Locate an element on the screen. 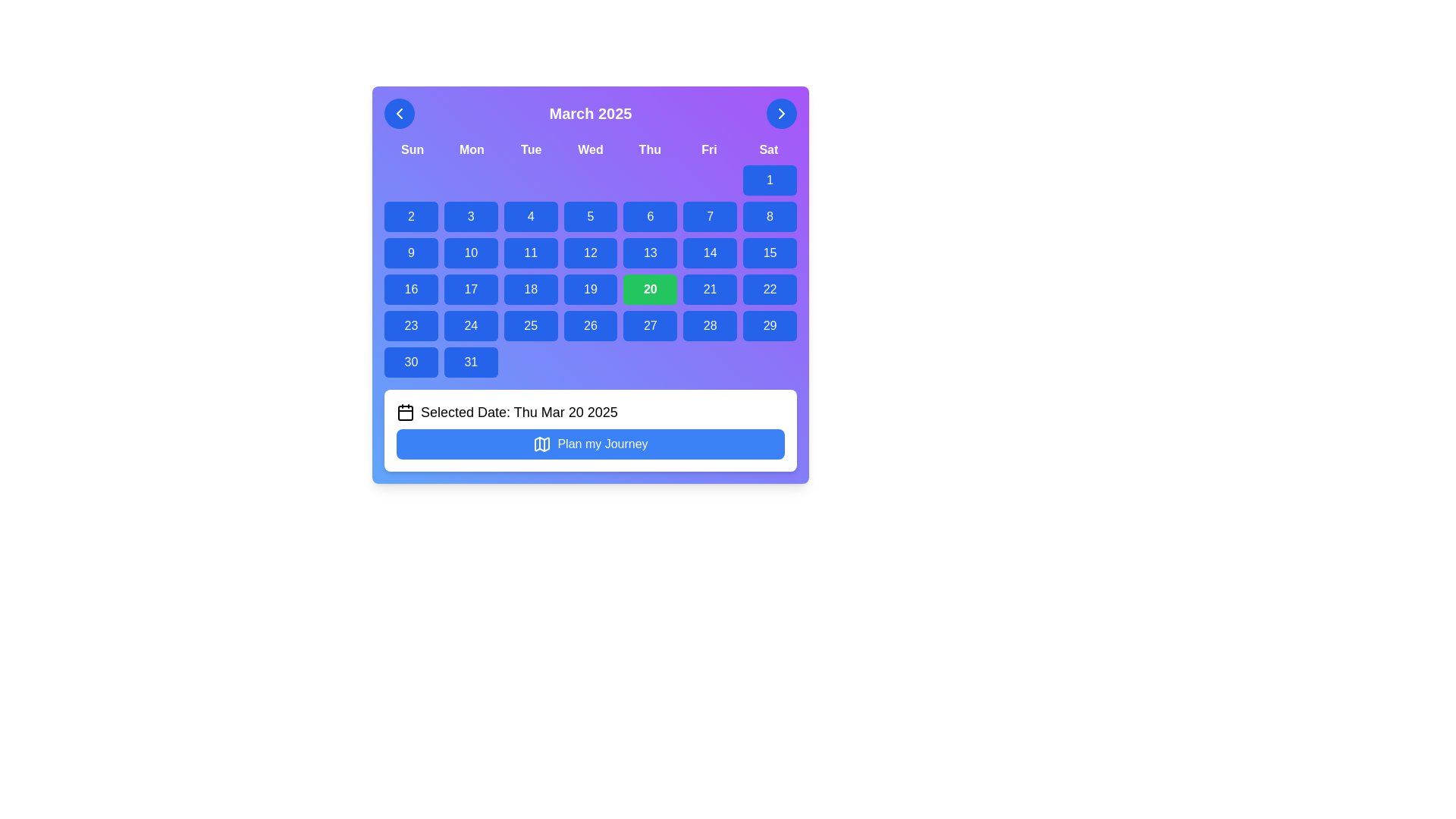 This screenshot has width=1456, height=819. the blue rounded rectangular button displaying the number '3' located in the second row and second column of the calendar grid is located at coordinates (470, 216).